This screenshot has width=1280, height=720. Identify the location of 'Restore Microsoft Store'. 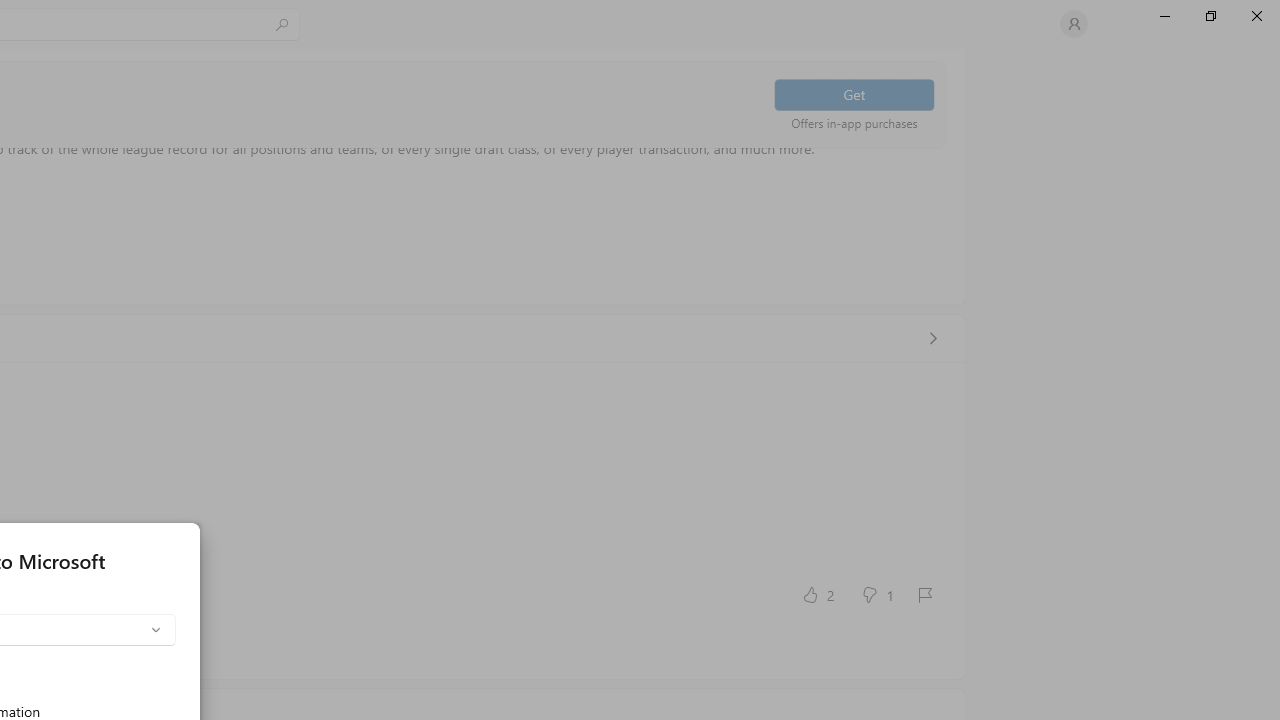
(1209, 15).